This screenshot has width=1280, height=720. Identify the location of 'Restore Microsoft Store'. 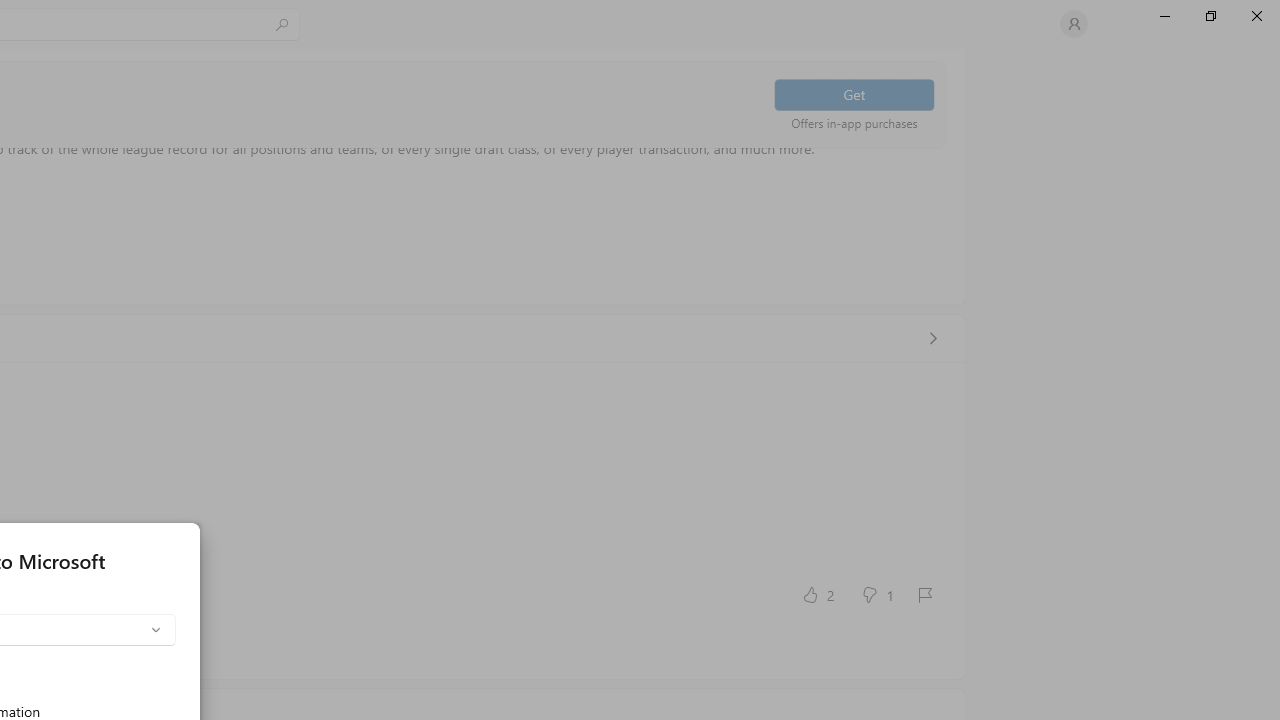
(1209, 15).